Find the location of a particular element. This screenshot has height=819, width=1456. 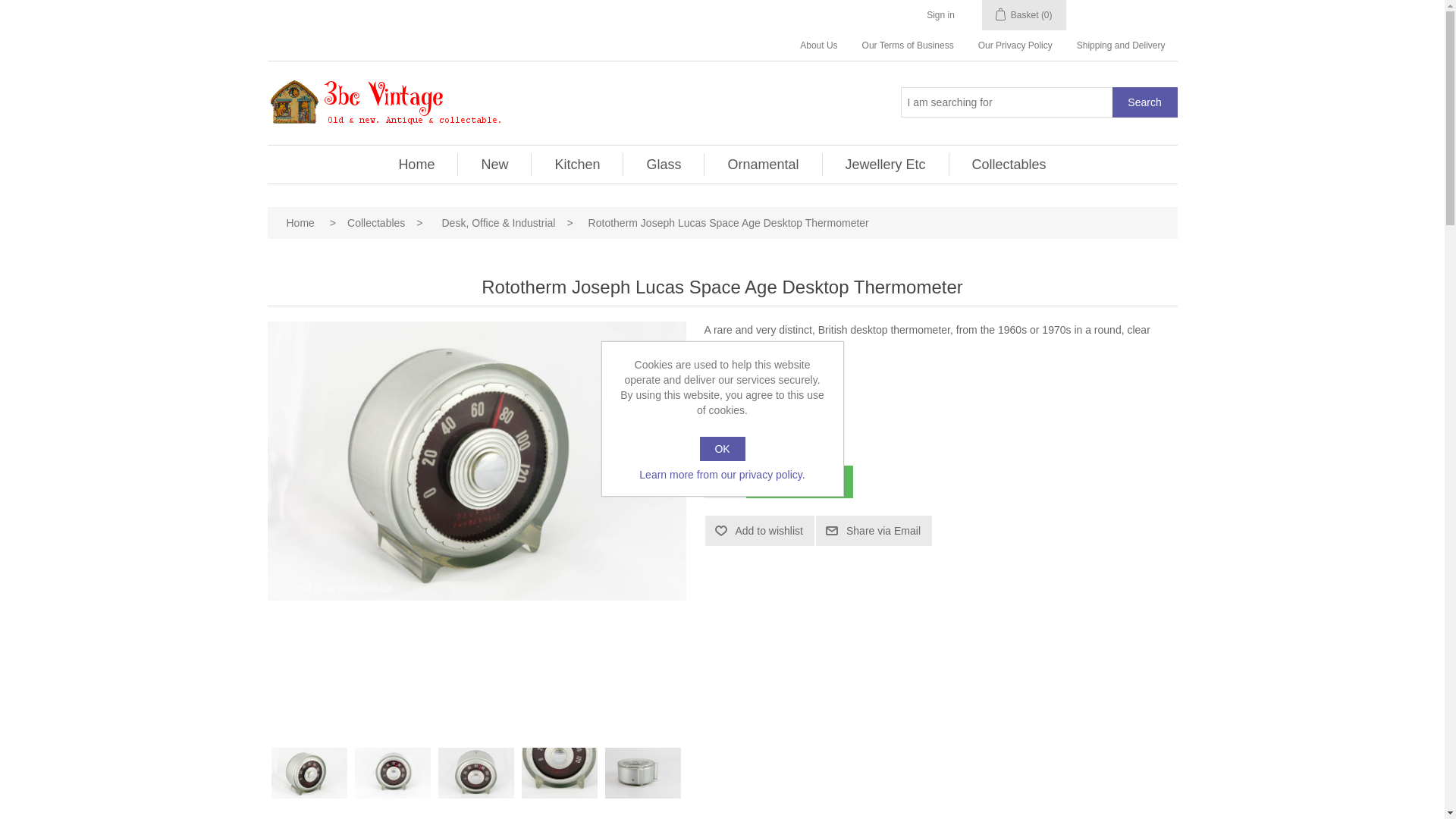

'Add to basket' is located at coordinates (799, 482).